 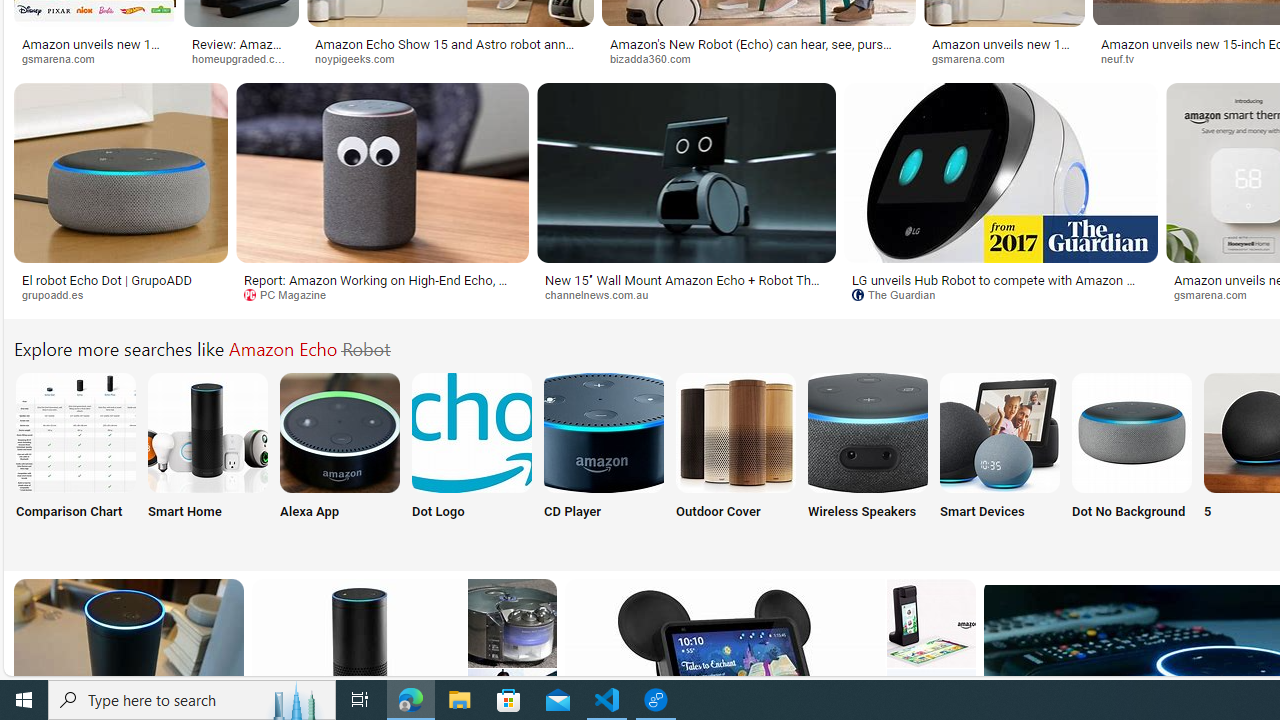 I want to click on 'Alexa App. Amazon Echo', so click(x=339, y=431).